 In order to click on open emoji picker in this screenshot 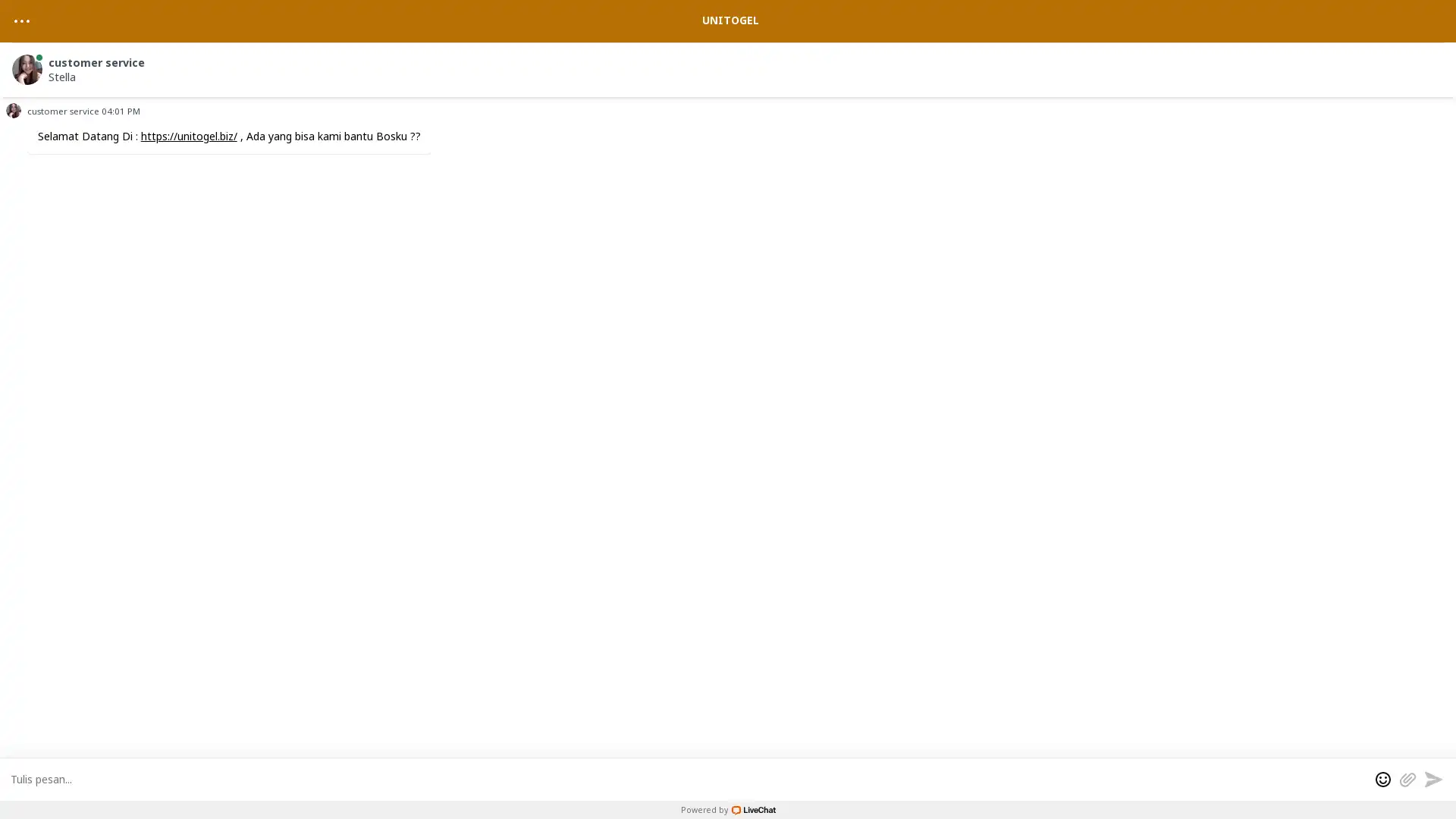, I will do `click(1383, 778)`.